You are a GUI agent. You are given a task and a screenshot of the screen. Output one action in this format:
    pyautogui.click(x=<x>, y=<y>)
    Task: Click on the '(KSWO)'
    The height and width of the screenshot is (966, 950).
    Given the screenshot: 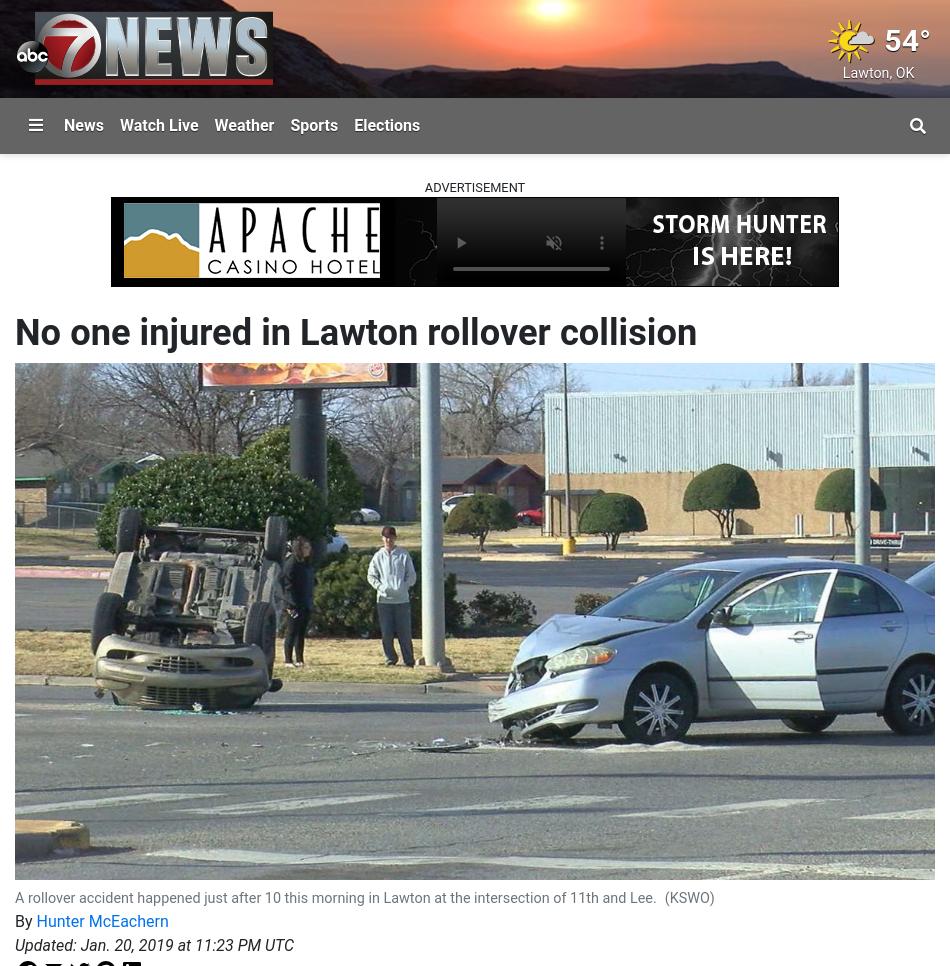 What is the action you would take?
    pyautogui.click(x=689, y=897)
    